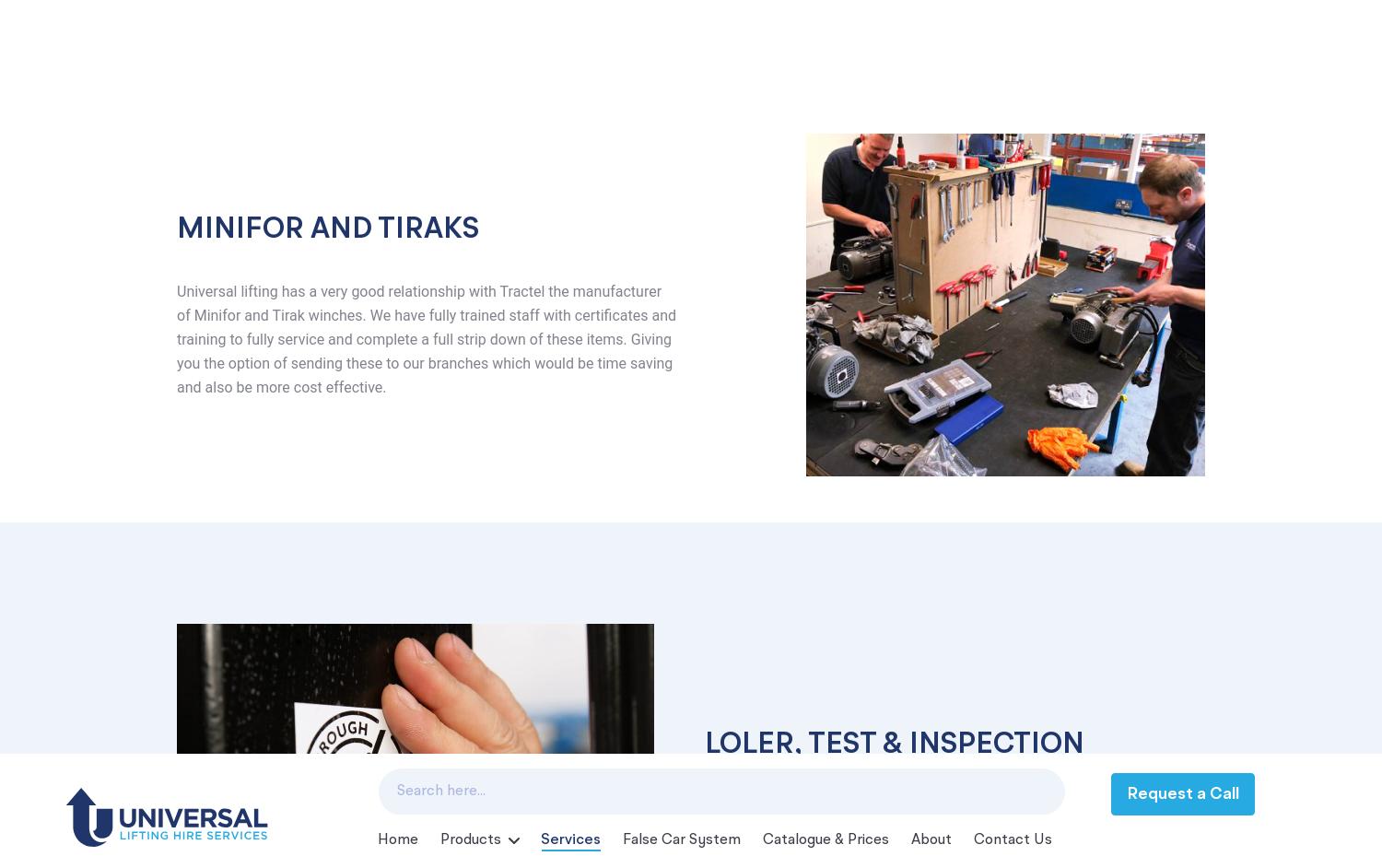  Describe the element at coordinates (607, 491) in the screenshot. I see `'Quick Navigation'` at that location.